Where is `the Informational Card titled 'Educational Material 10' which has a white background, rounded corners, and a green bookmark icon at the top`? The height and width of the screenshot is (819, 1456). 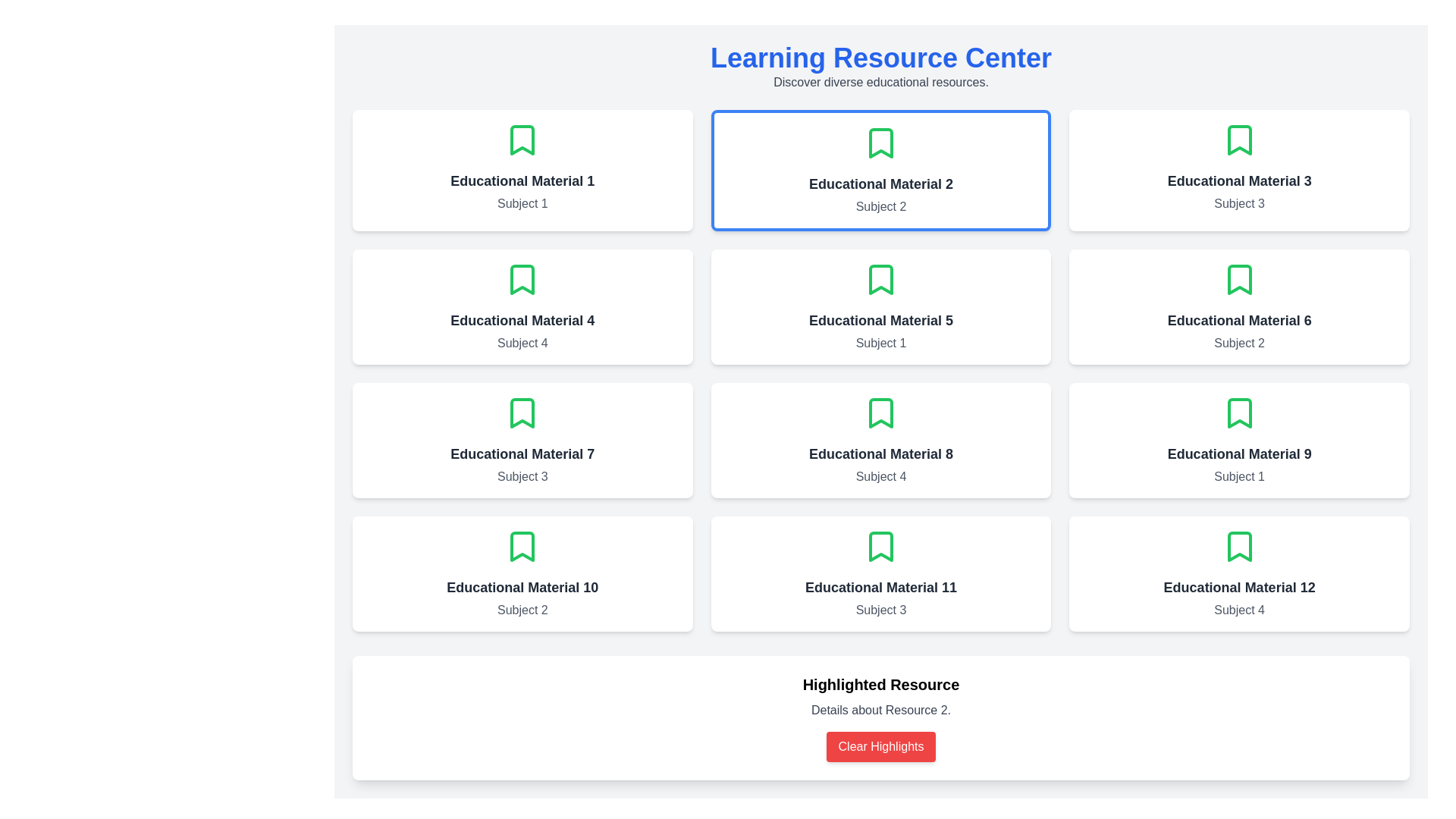
the Informational Card titled 'Educational Material 10' which has a white background, rounded corners, and a green bookmark icon at the top is located at coordinates (522, 573).